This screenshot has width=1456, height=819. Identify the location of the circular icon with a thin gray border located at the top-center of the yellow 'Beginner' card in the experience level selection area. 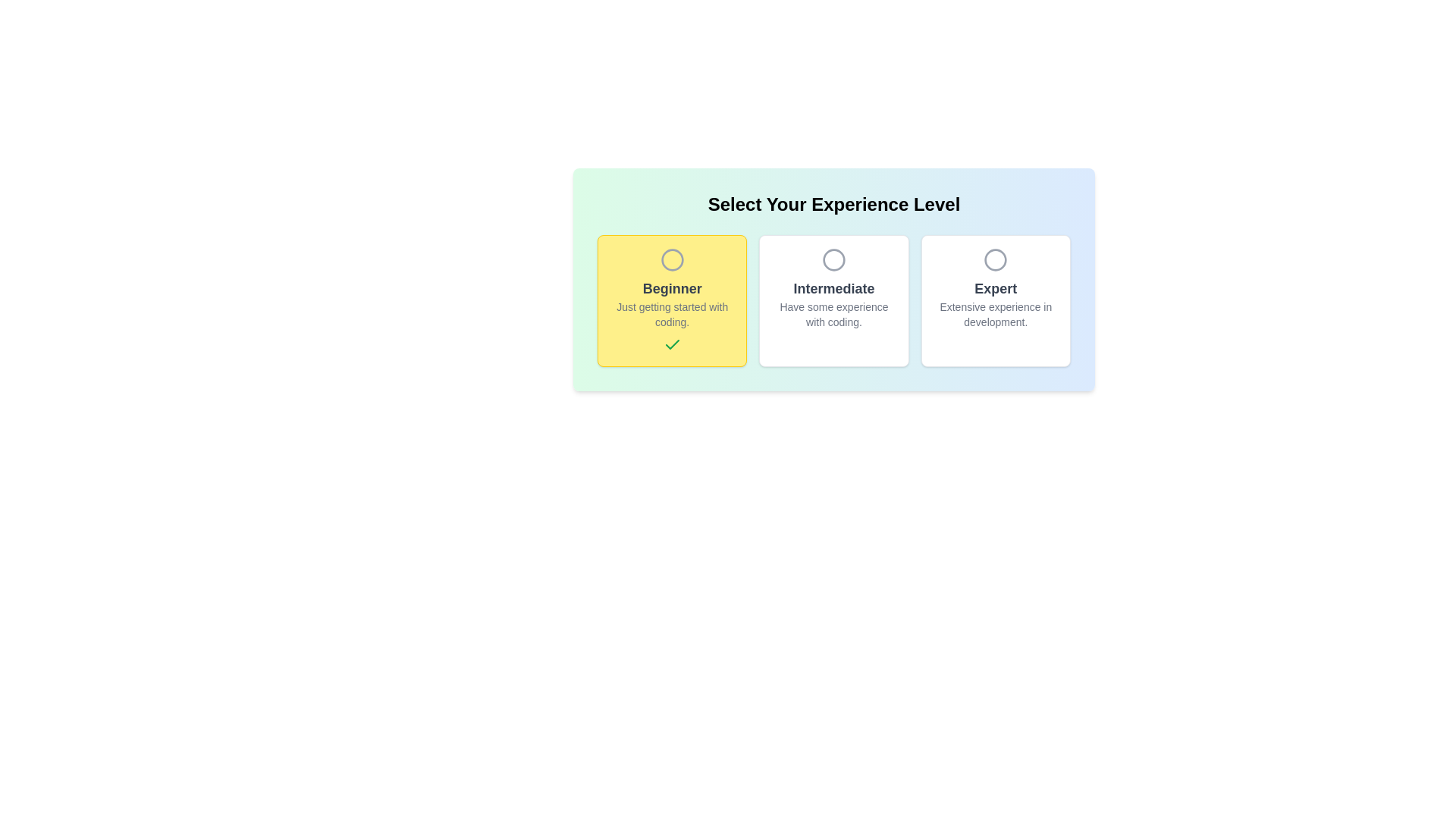
(671, 259).